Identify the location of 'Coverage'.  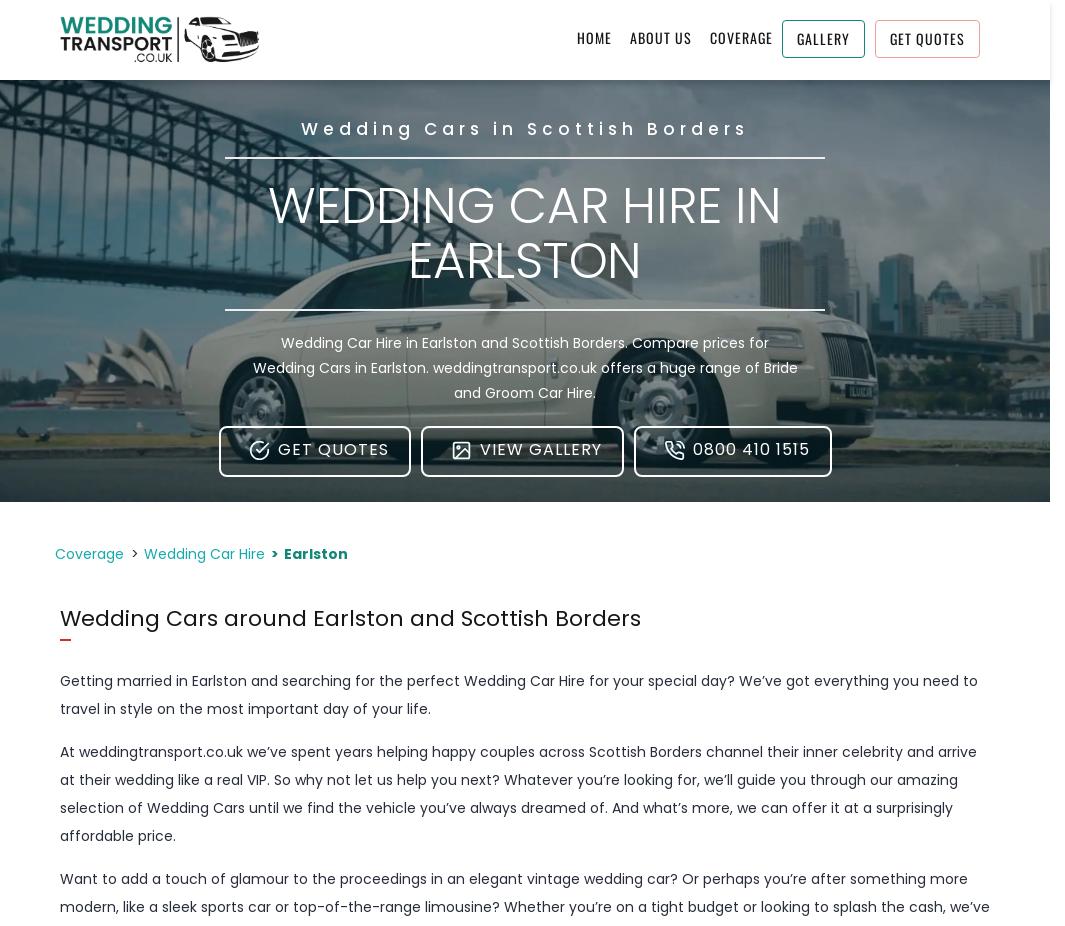
(88, 553).